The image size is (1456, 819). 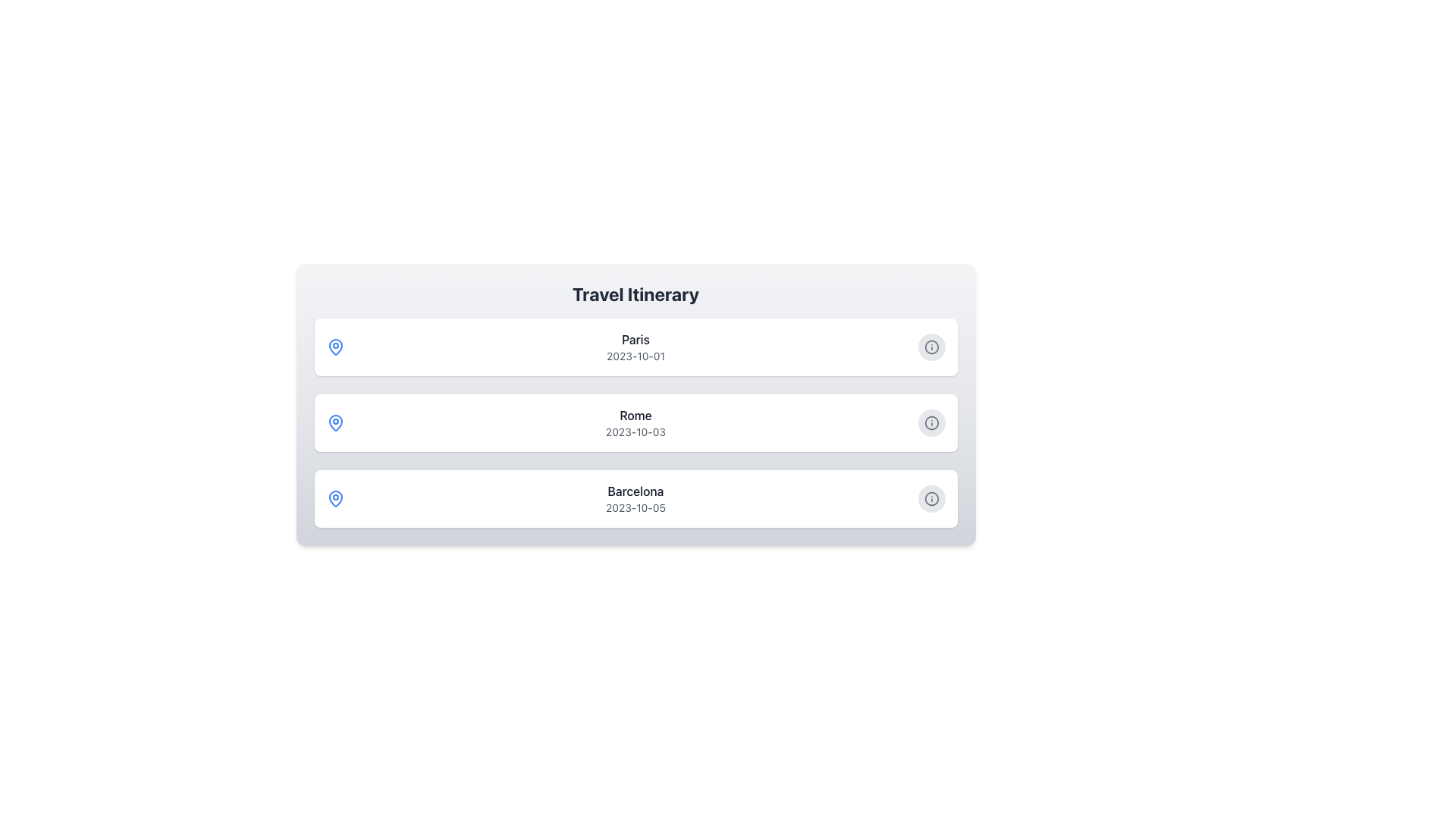 I want to click on the text label displaying the date '2023-10-03' located below 'Rome' in the second card of the vertically stacked list, so click(x=635, y=432).